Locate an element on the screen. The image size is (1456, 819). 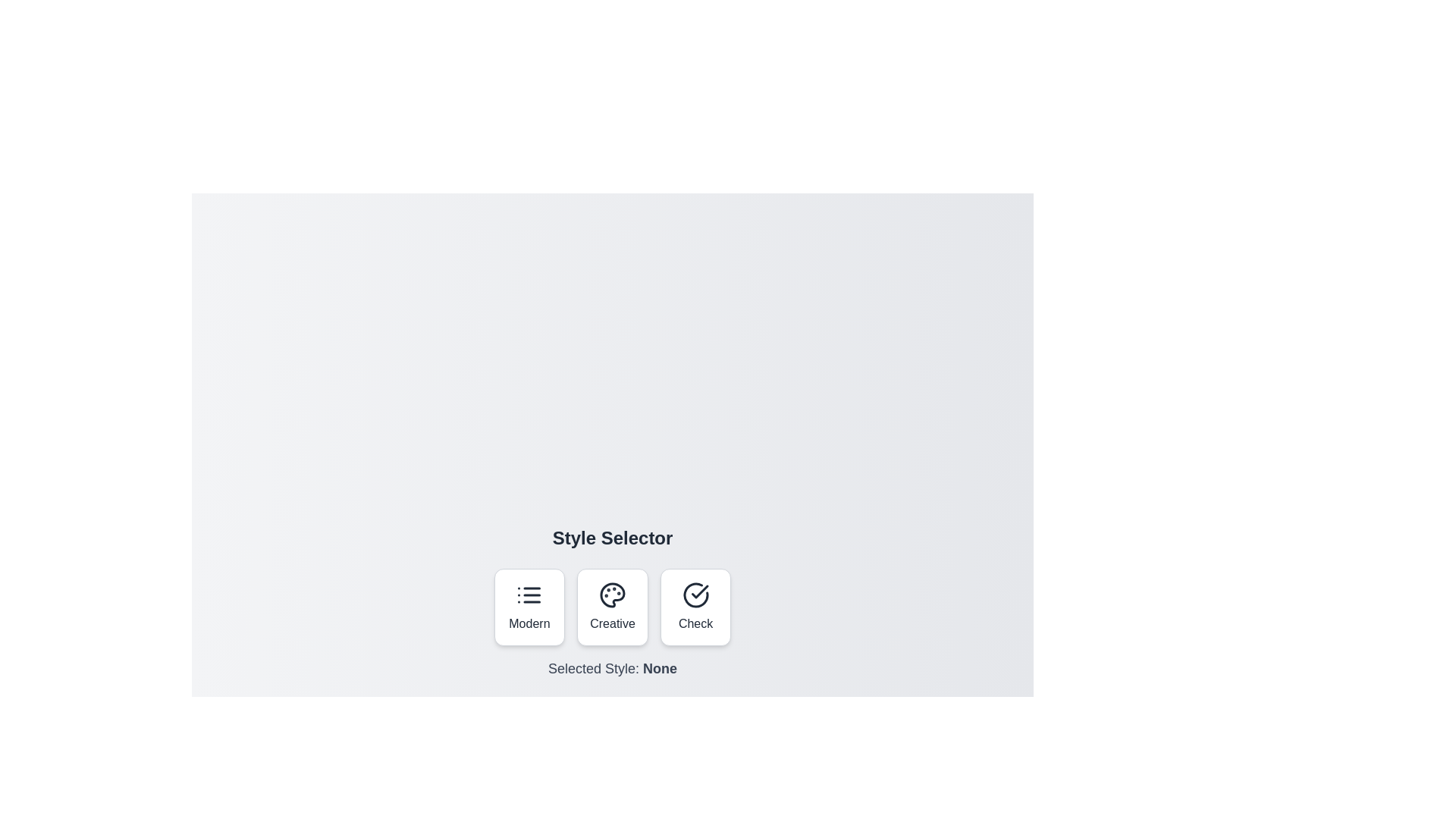
the style button labeled Check is located at coordinates (695, 607).